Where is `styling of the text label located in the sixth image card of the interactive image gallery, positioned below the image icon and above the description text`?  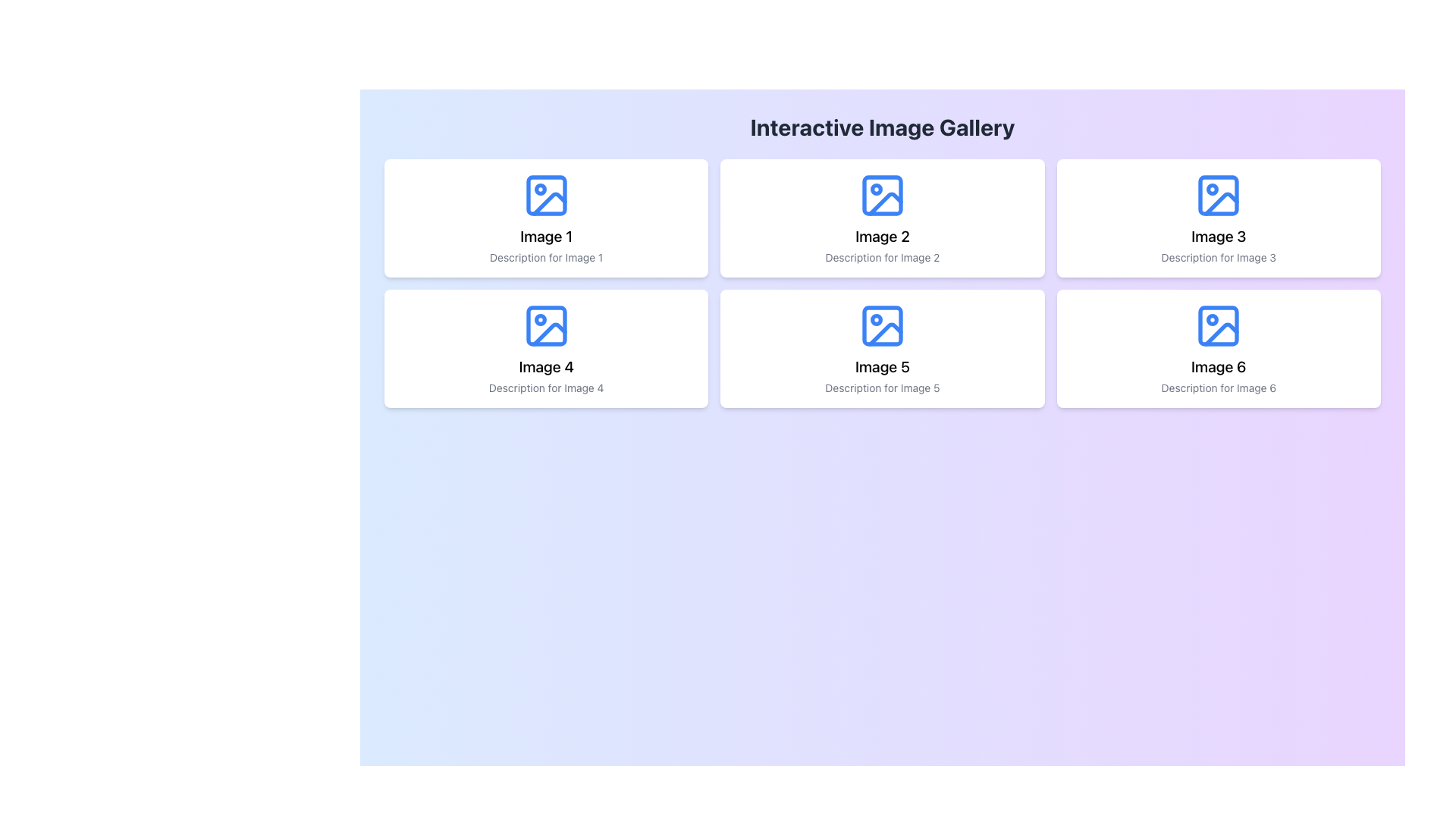 styling of the text label located in the sixth image card of the interactive image gallery, positioned below the image icon and above the description text is located at coordinates (1219, 366).